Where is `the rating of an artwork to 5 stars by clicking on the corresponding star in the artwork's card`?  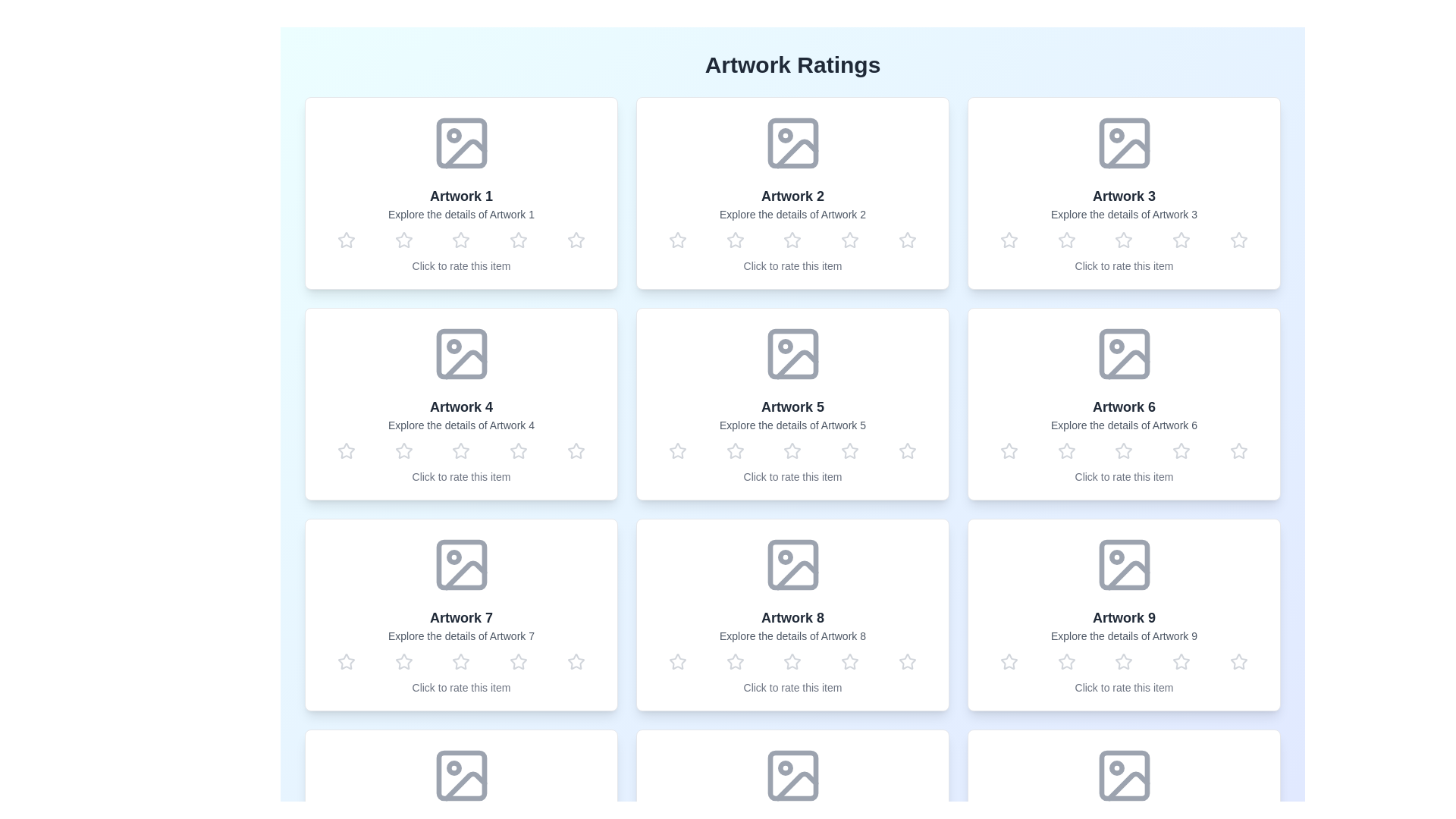 the rating of an artwork to 5 stars by clicking on the corresponding star in the artwork's card is located at coordinates (576, 239).